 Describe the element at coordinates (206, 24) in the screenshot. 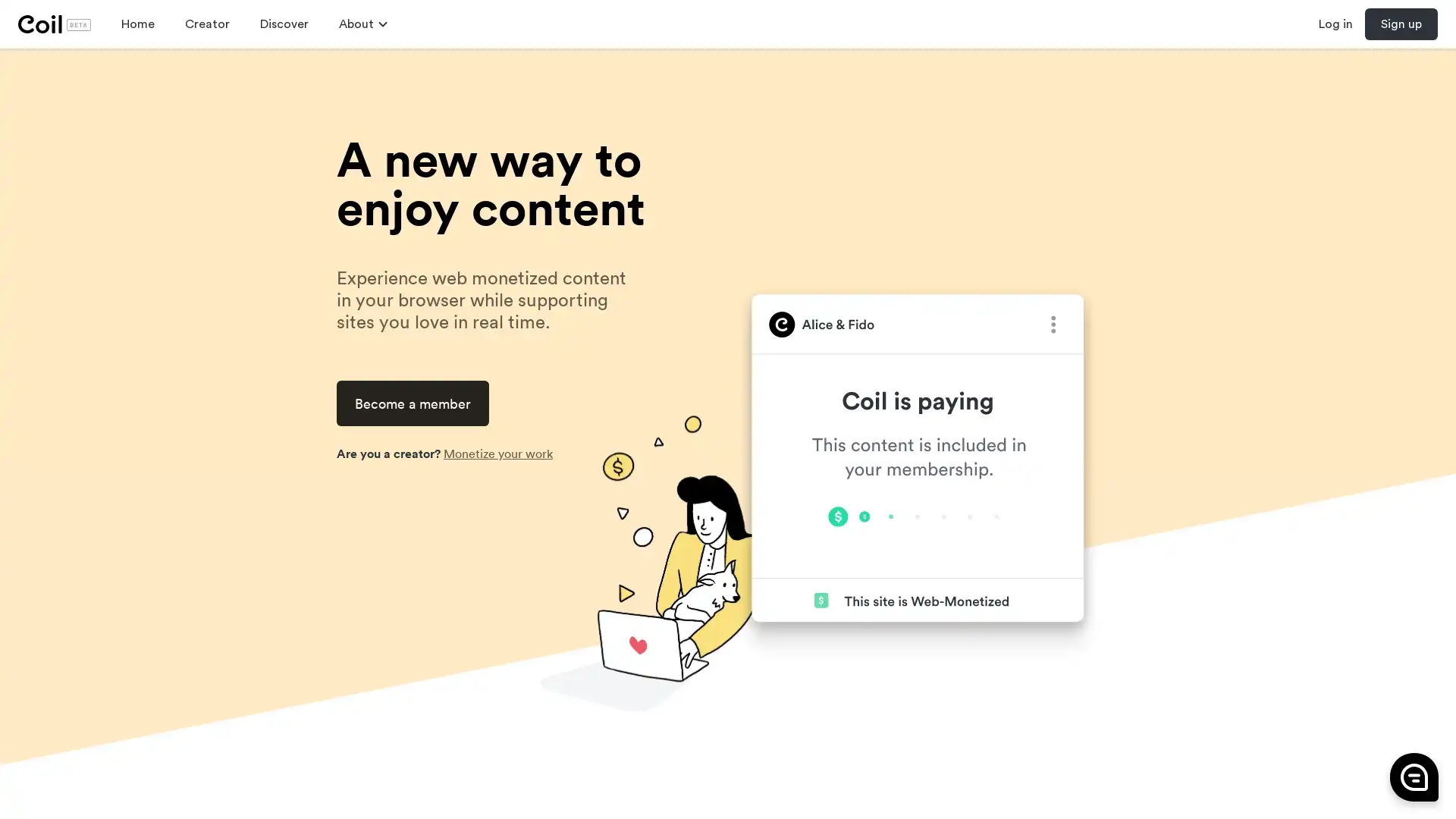

I see `Creator` at that location.